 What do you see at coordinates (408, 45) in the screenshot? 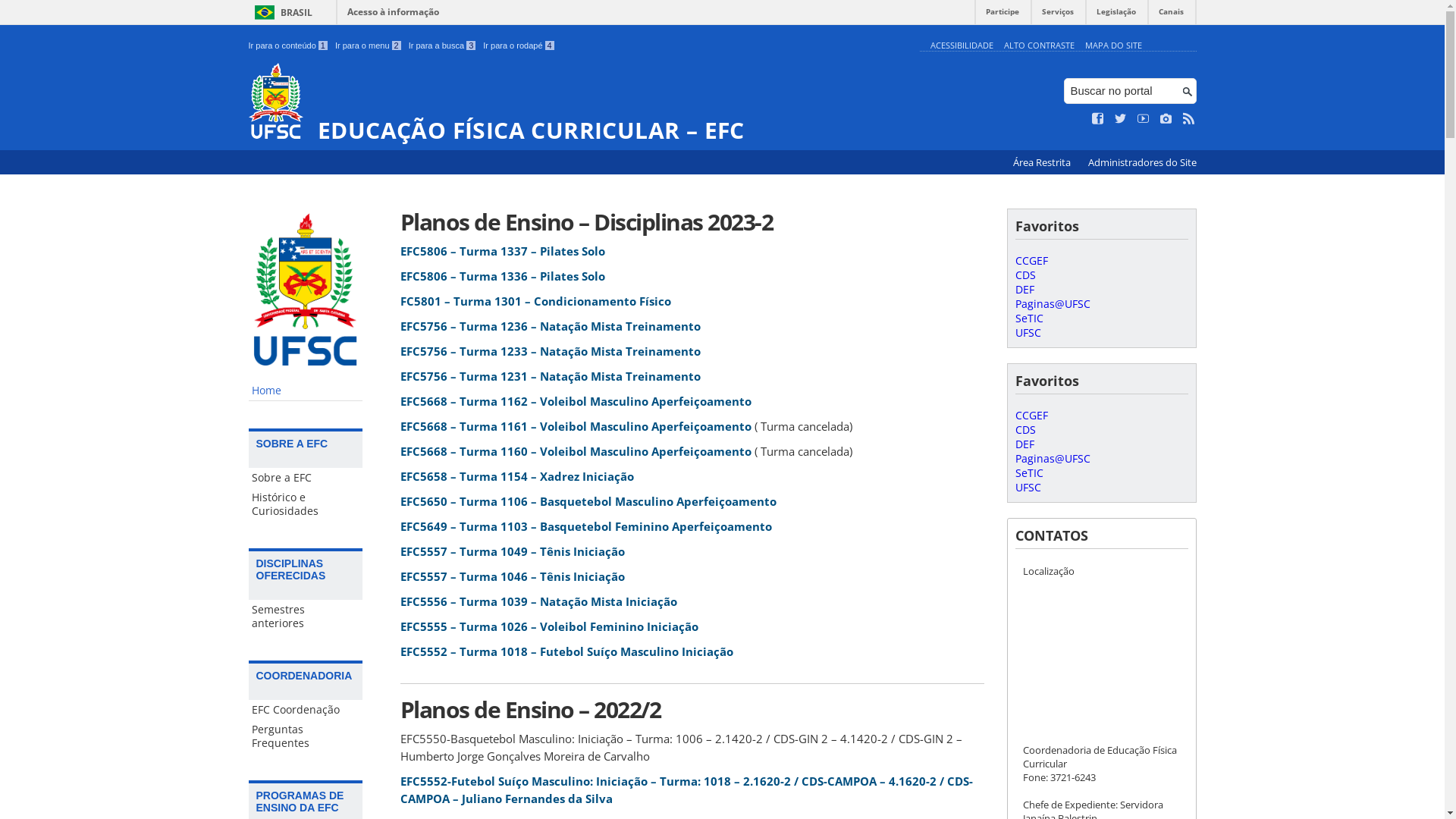
I see `'Ir para a busca 3'` at bounding box center [408, 45].